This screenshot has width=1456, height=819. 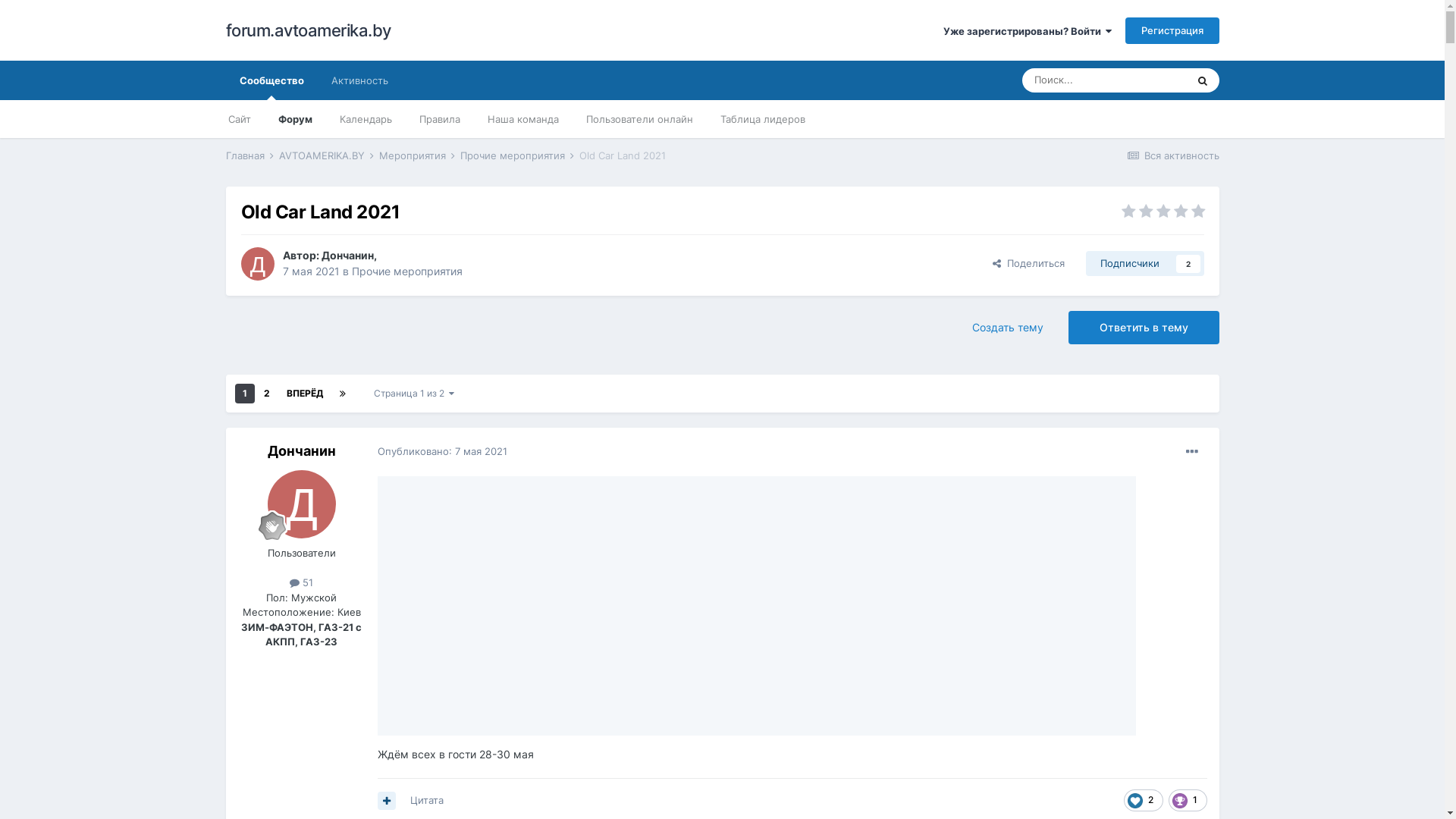 I want to click on '51', so click(x=290, y=581).